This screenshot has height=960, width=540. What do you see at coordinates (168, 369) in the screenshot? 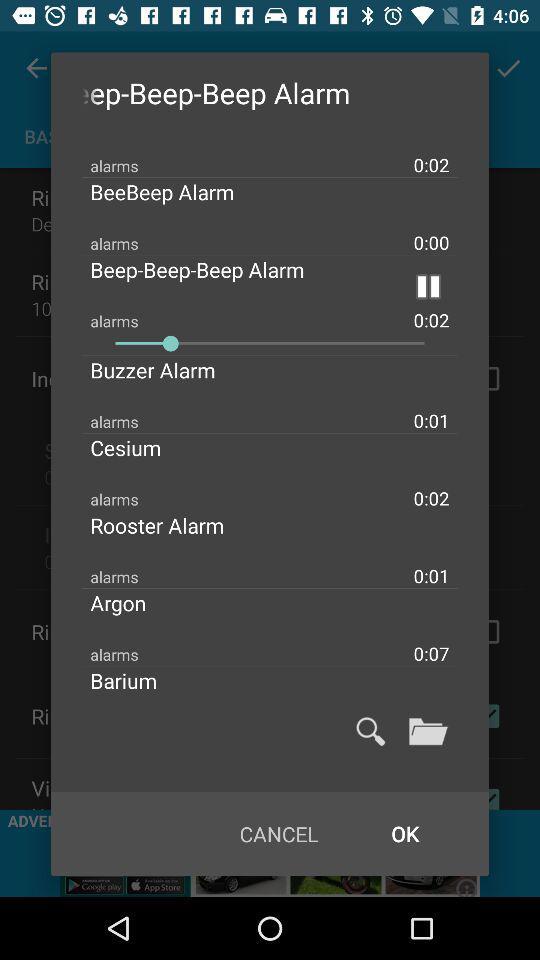
I see `the item above alarms` at bounding box center [168, 369].